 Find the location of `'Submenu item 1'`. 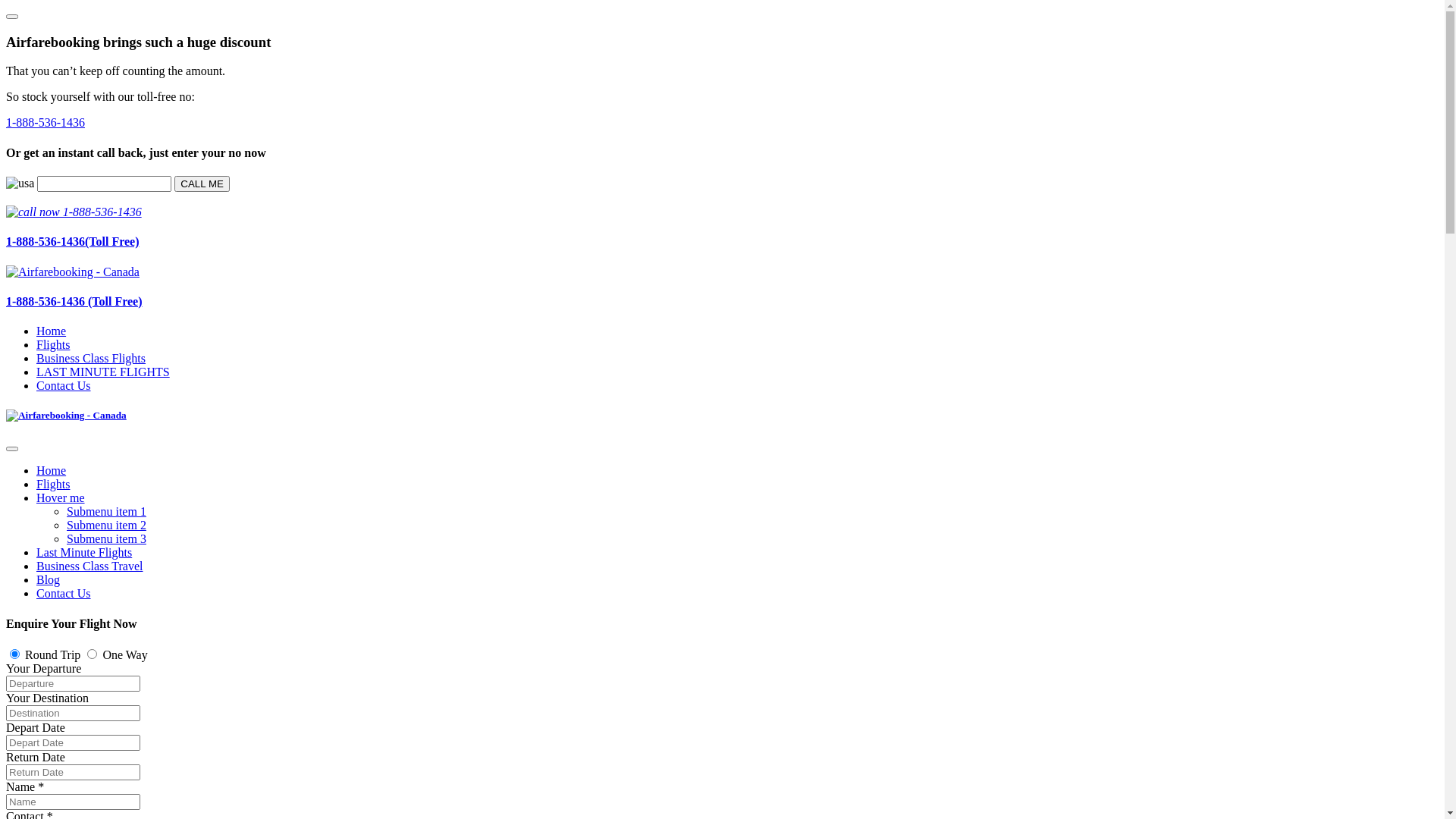

'Submenu item 1' is located at coordinates (105, 511).